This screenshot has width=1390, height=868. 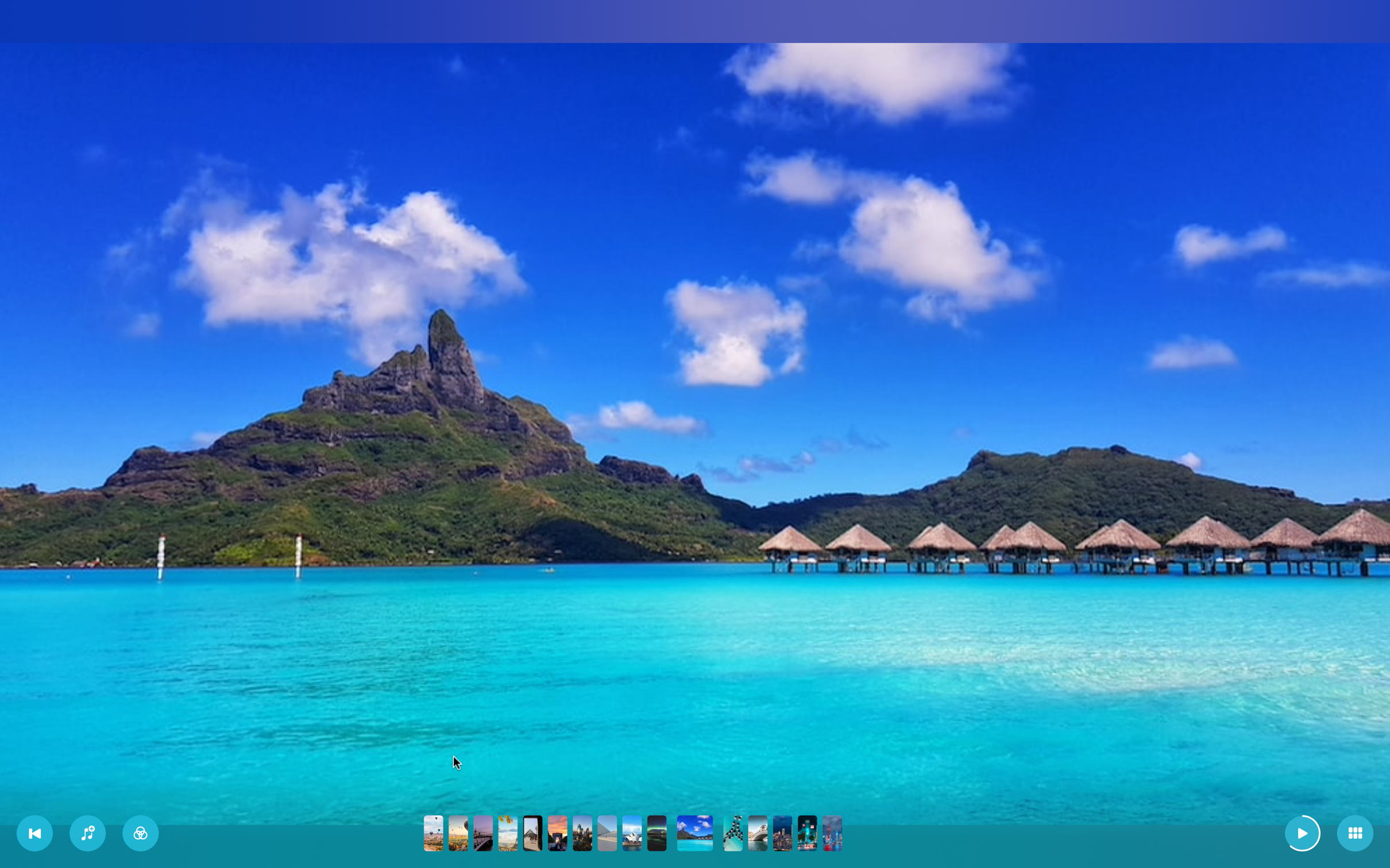 What do you see at coordinates (141, 832) in the screenshot?
I see `the first option from the drop-down in the filter box` at bounding box center [141, 832].